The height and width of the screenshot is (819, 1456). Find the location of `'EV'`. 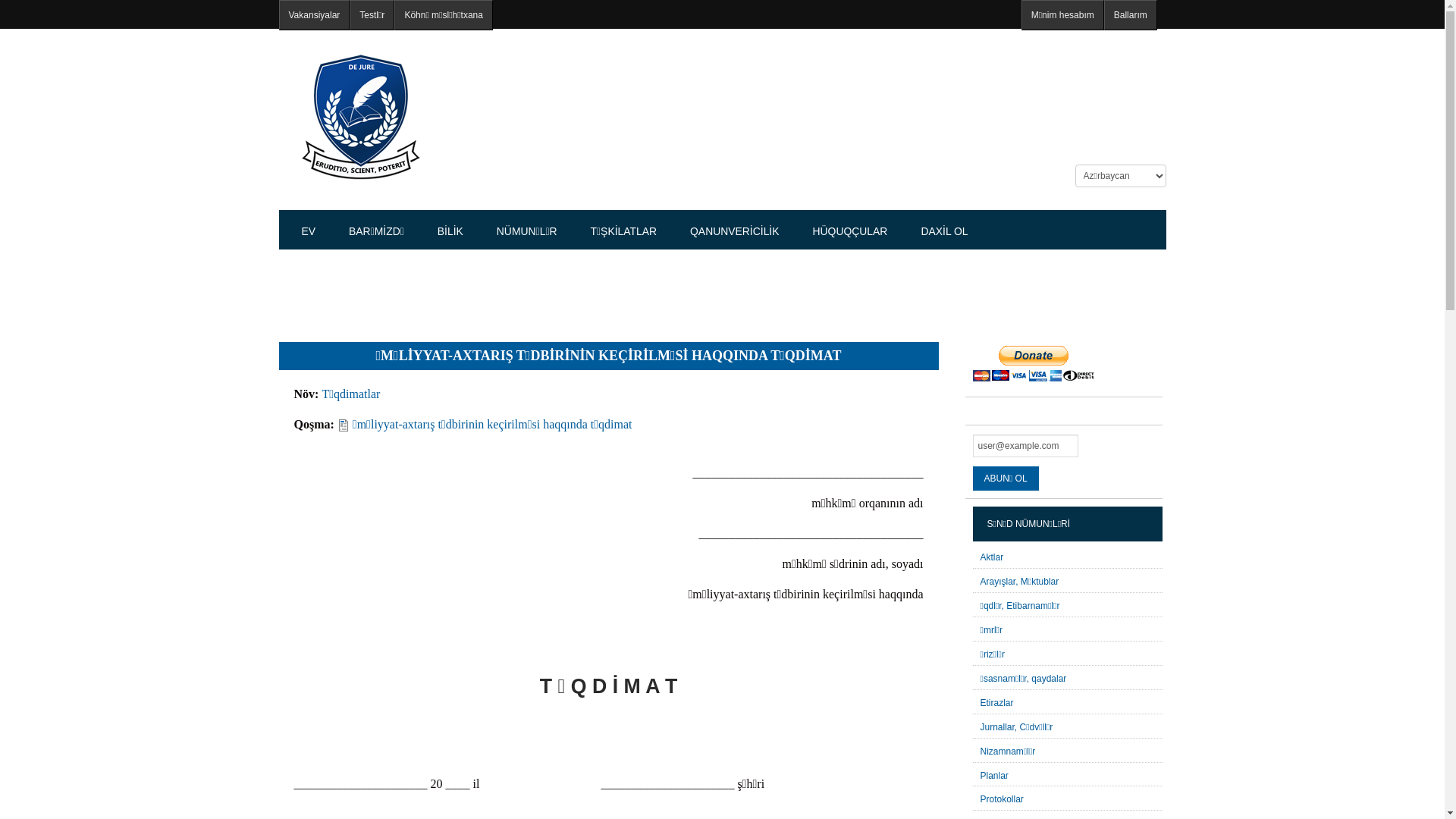

'EV' is located at coordinates (308, 231).